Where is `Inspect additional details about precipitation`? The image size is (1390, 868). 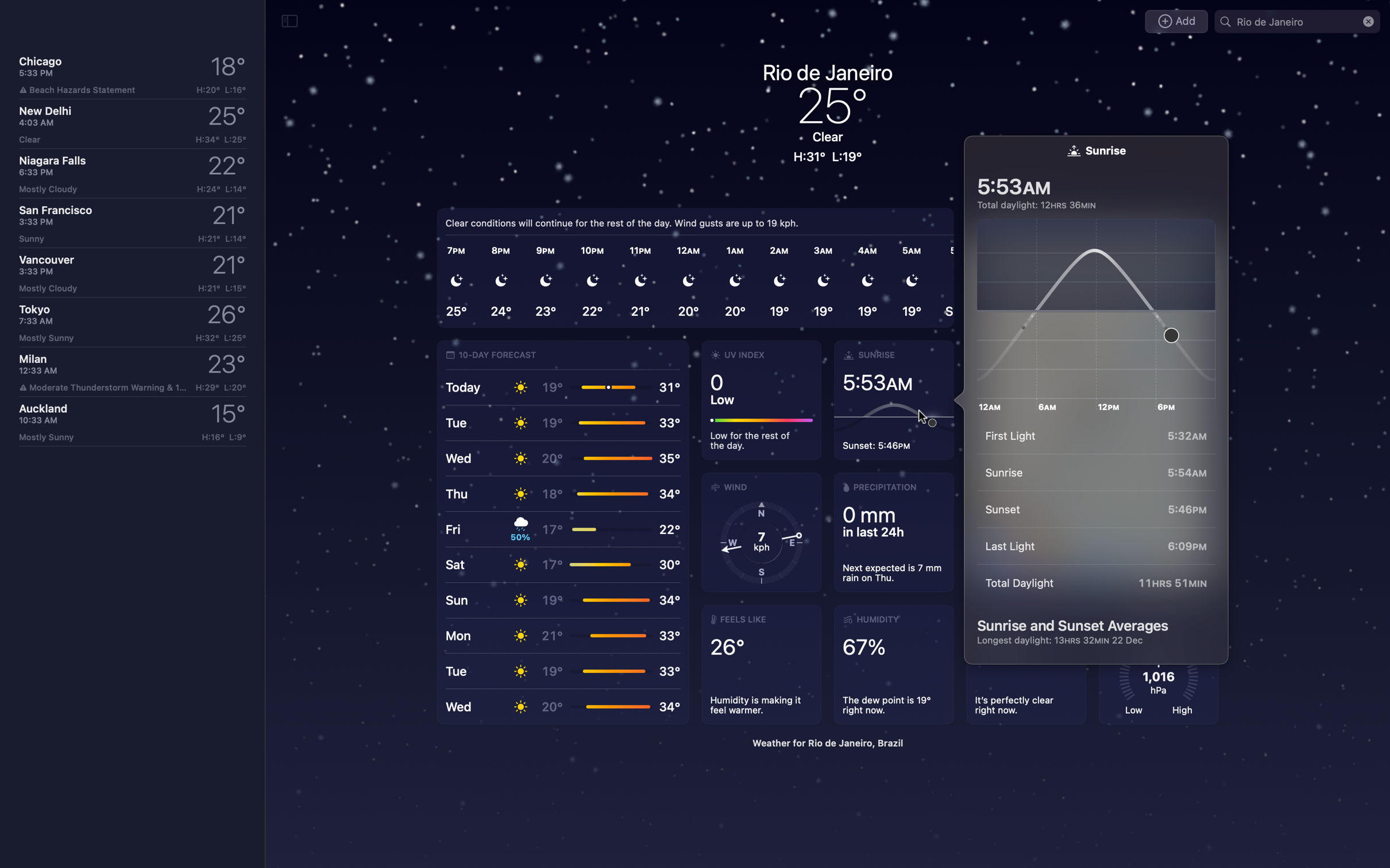 Inspect additional details about precipitation is located at coordinates (892, 532).